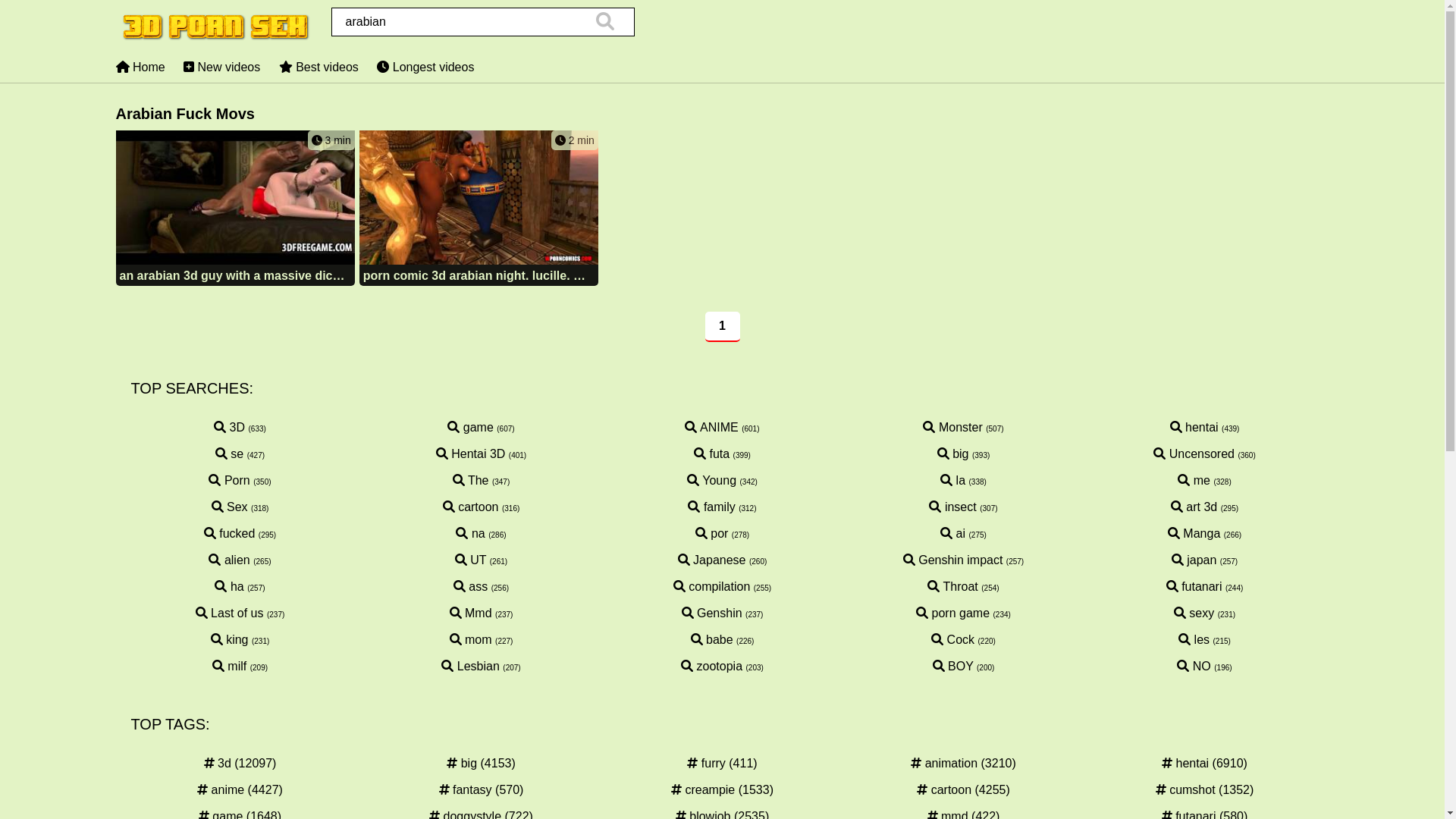 The width and height of the screenshot is (1456, 819). I want to click on 'por', so click(711, 532).